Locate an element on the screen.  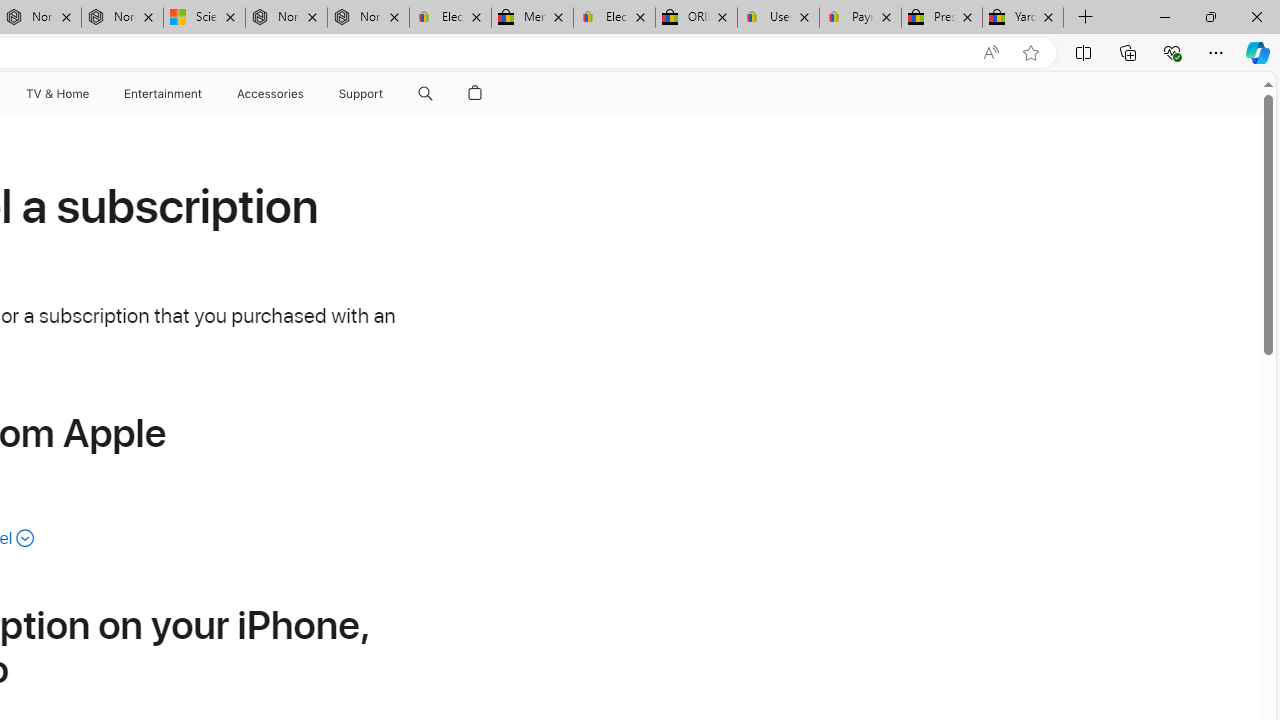
'Yard, Garden & Outdoor Living' is located at coordinates (1023, 17).